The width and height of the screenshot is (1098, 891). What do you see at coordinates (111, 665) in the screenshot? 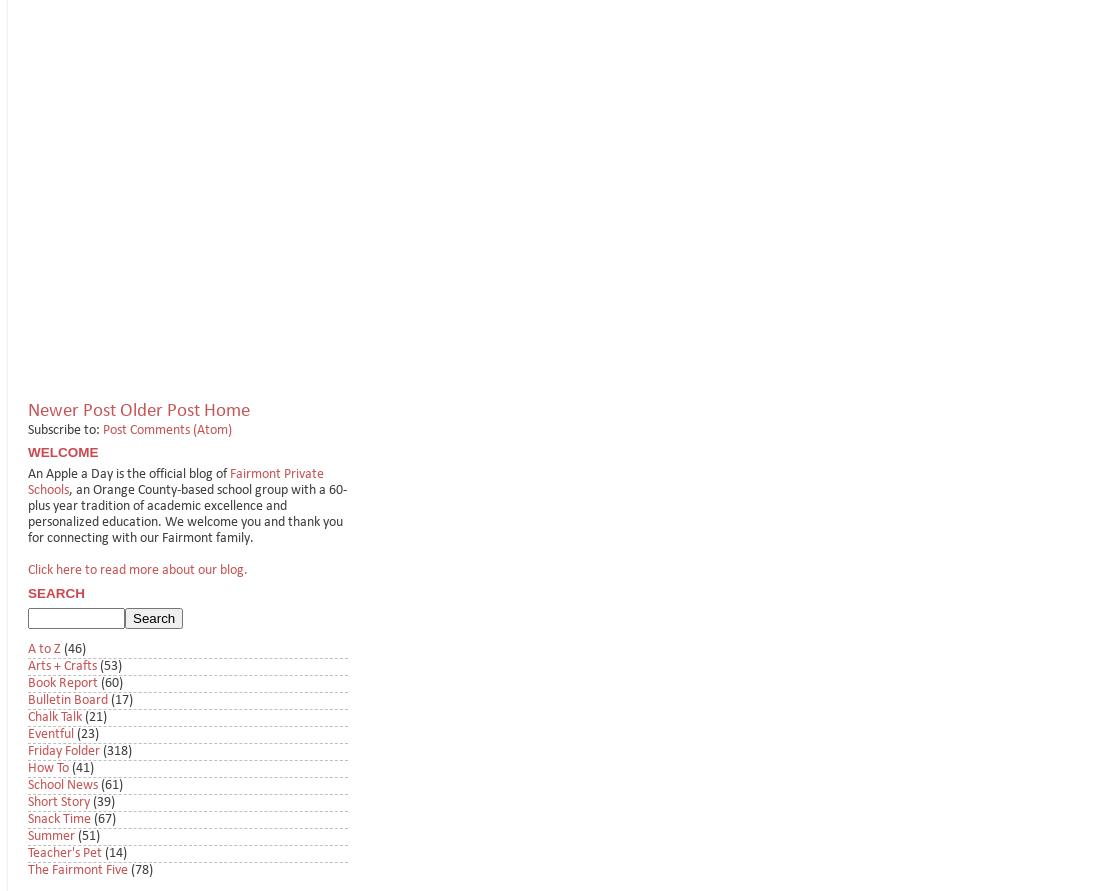
I see `'(53)'` at bounding box center [111, 665].